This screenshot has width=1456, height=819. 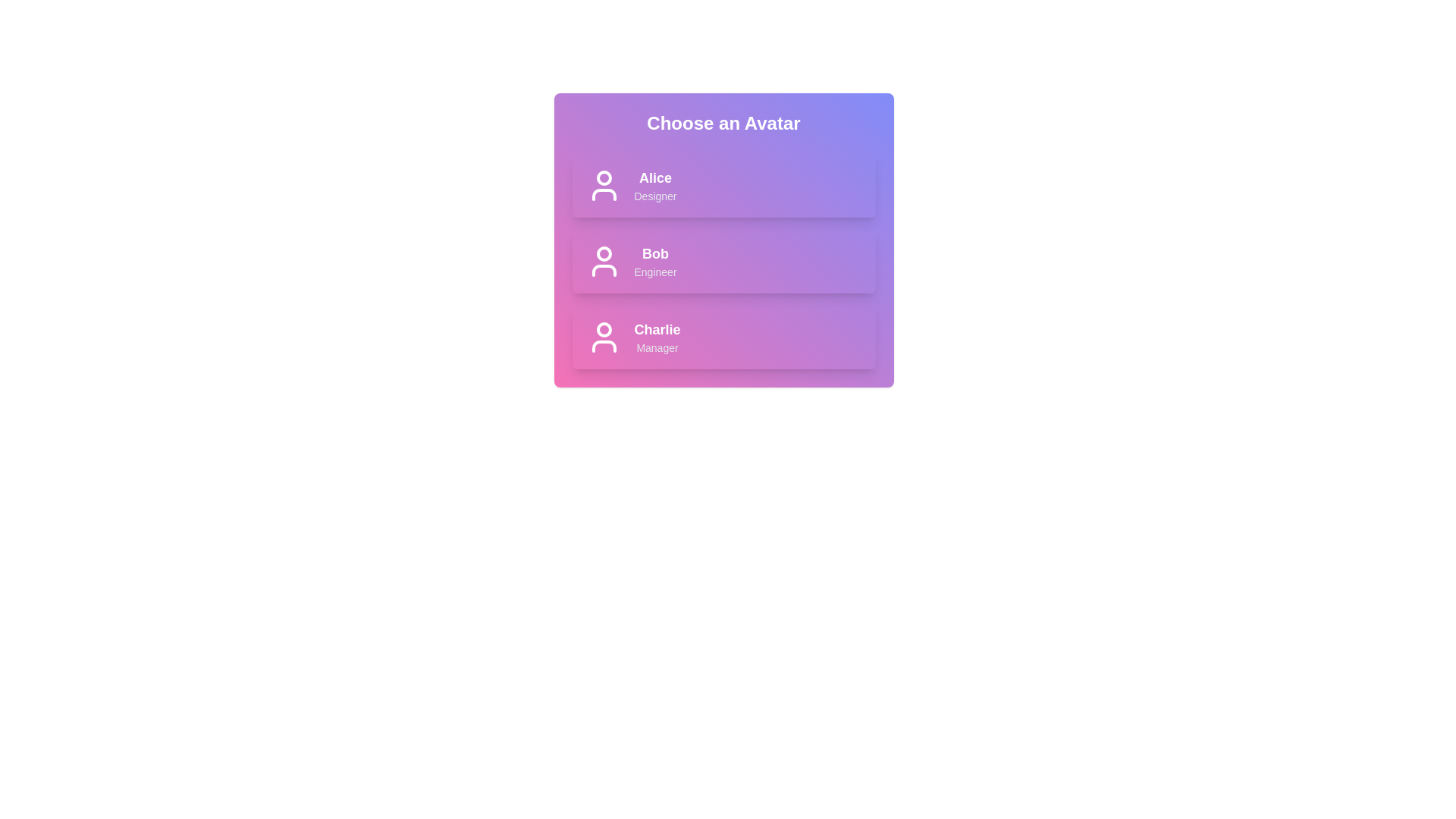 I want to click on the Text Display that shows 'Charlie' in bold white text and 'Manager' in smaller gray text, located in the bottom entry of the 'Choose an Avatar' list, to the right of a white user icon, so click(x=657, y=336).